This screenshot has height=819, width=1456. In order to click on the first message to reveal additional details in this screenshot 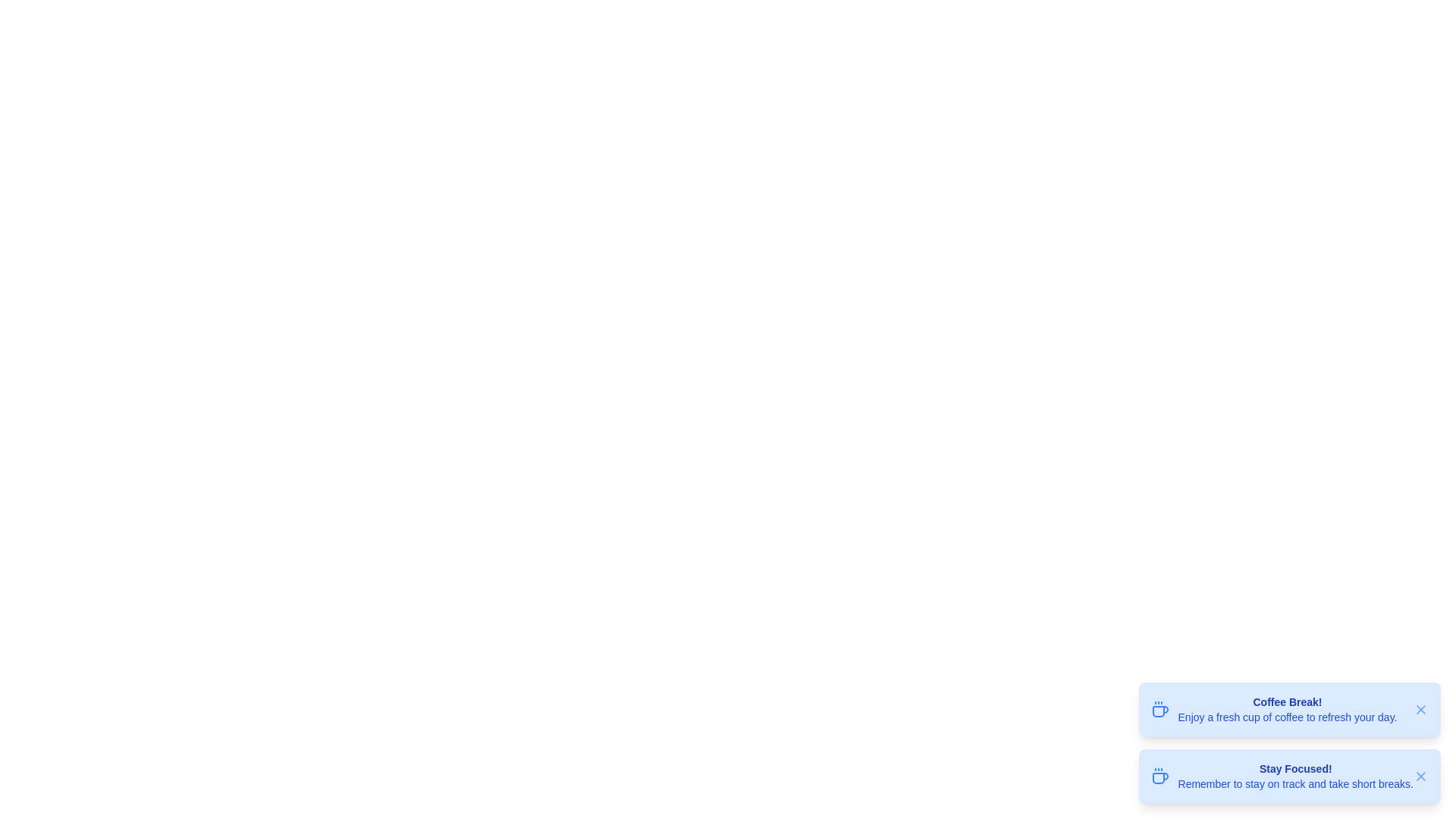, I will do `click(1288, 710)`.